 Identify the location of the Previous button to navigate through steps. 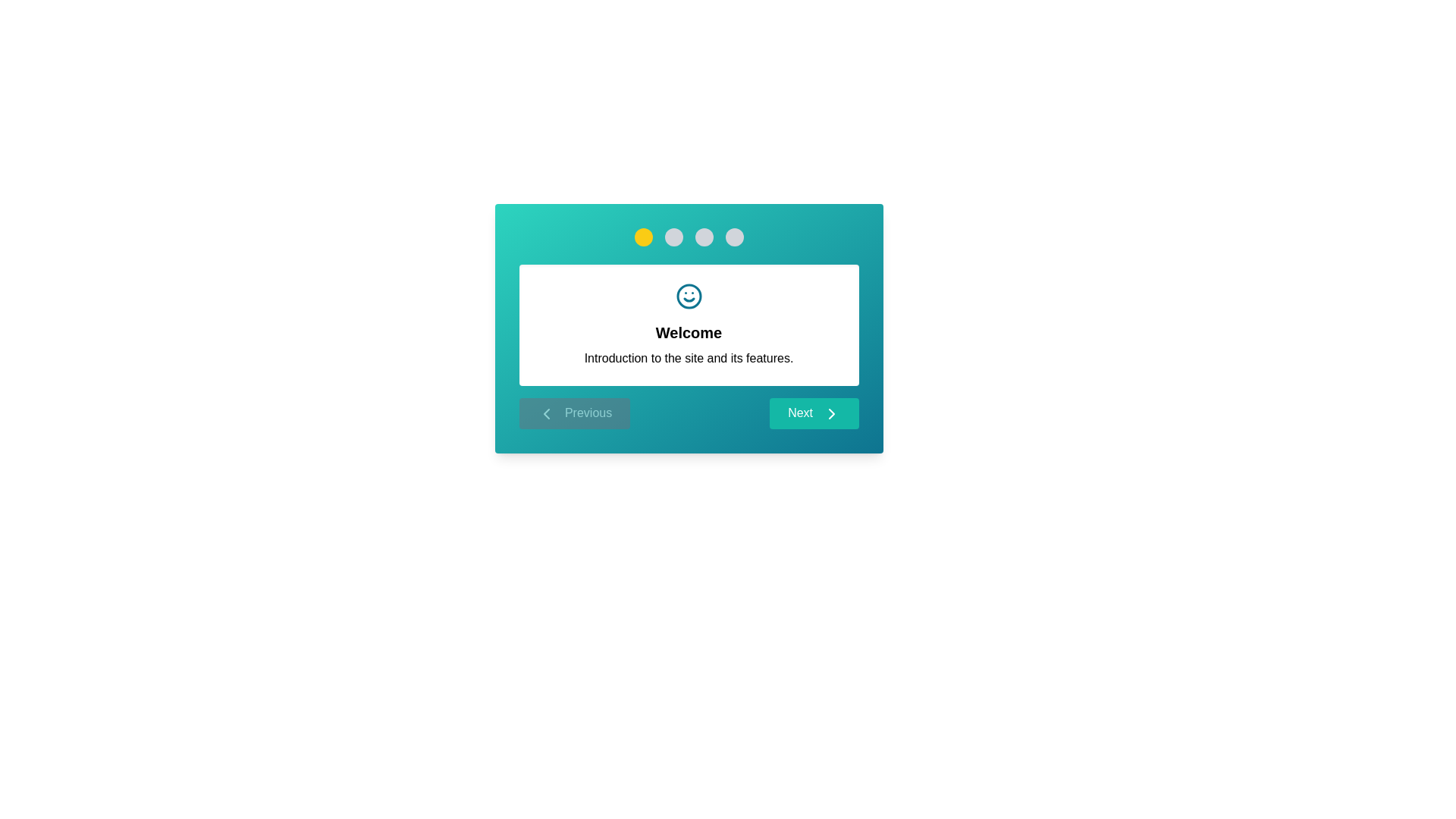
(573, 413).